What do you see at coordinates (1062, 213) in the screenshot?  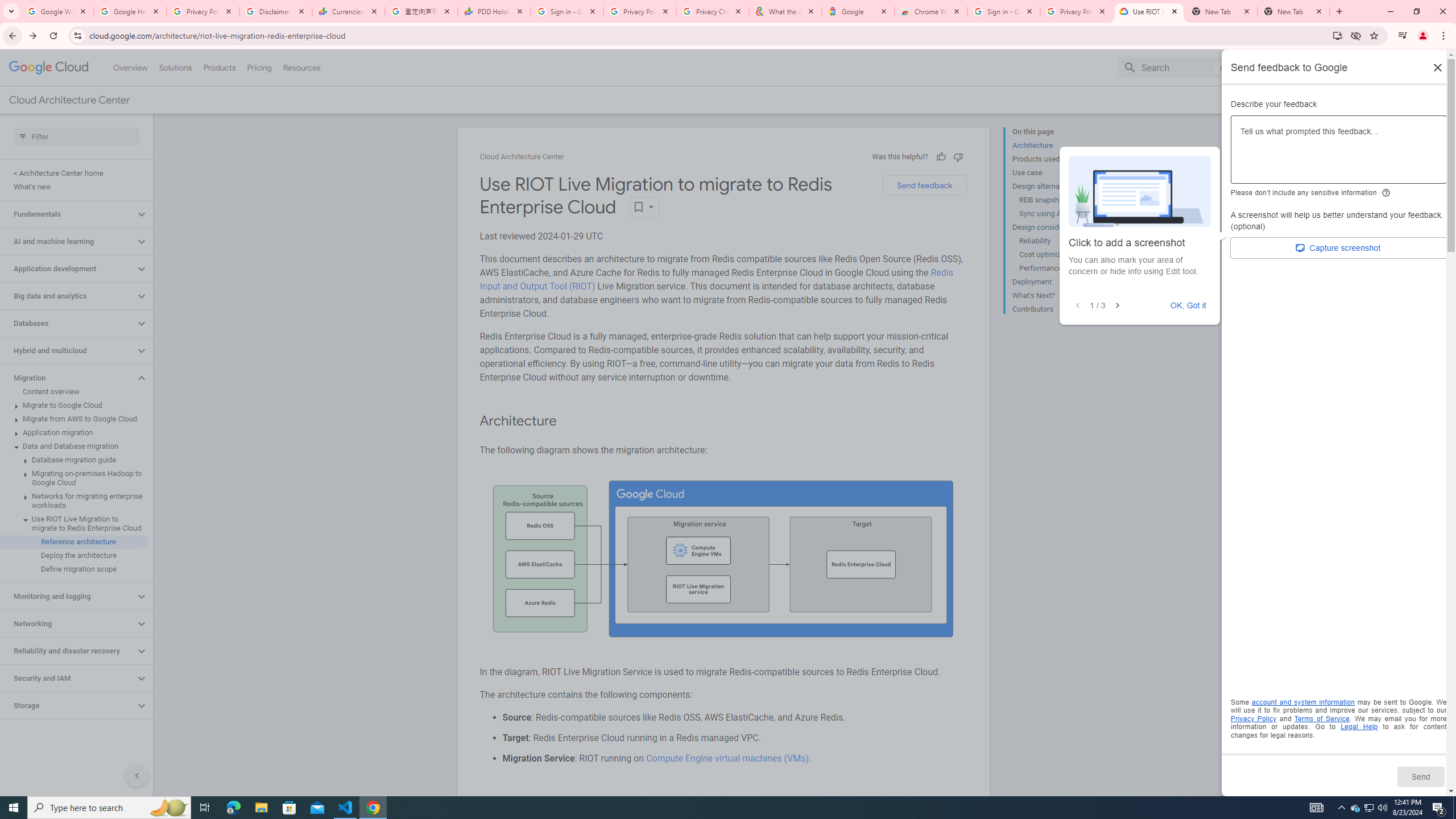 I see `'Sync using Active-Passive'` at bounding box center [1062, 213].